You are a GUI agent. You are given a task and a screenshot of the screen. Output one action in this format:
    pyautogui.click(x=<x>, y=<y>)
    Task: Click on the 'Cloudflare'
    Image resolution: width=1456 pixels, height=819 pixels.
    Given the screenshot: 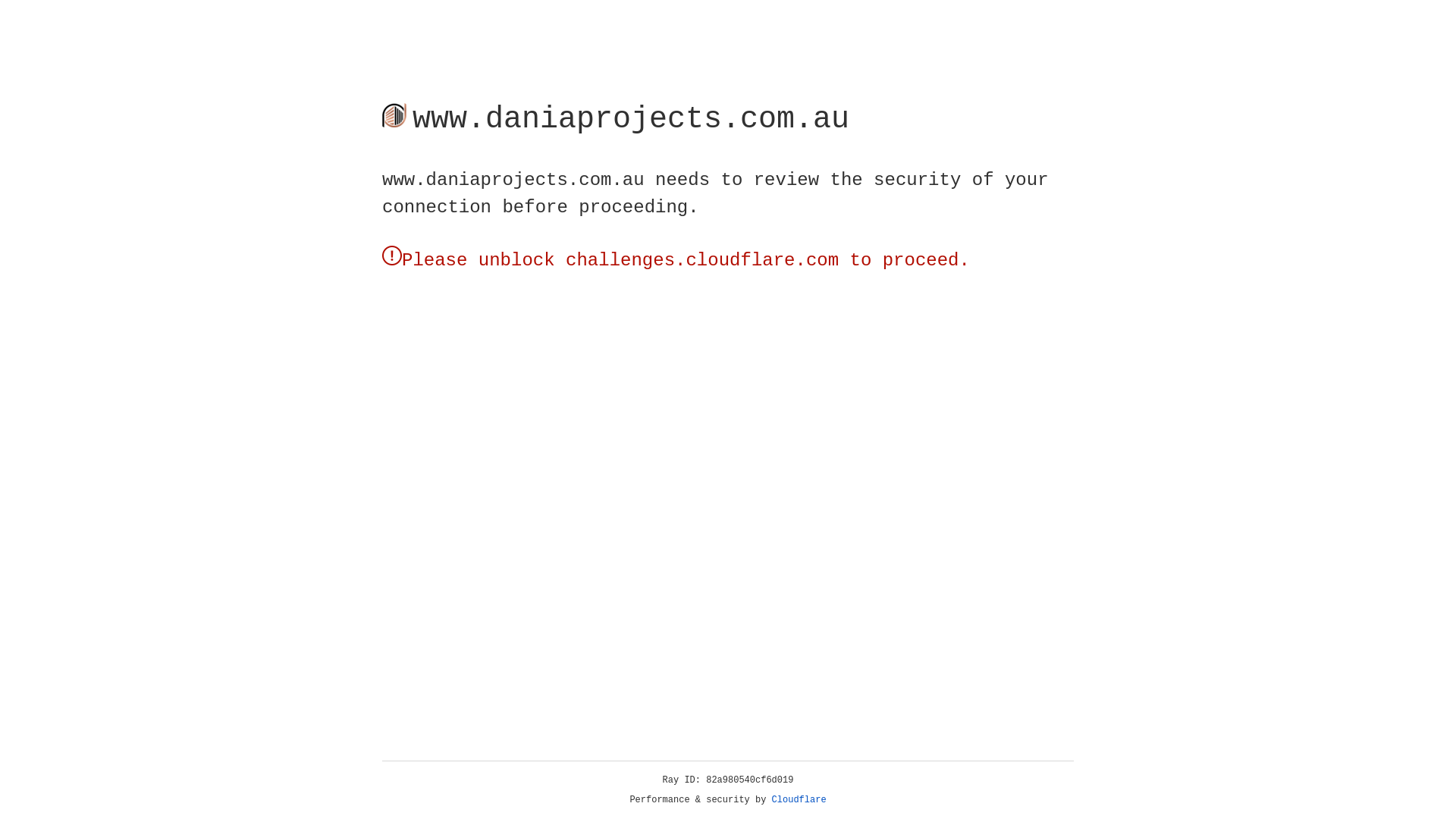 What is the action you would take?
    pyautogui.click(x=799, y=799)
    